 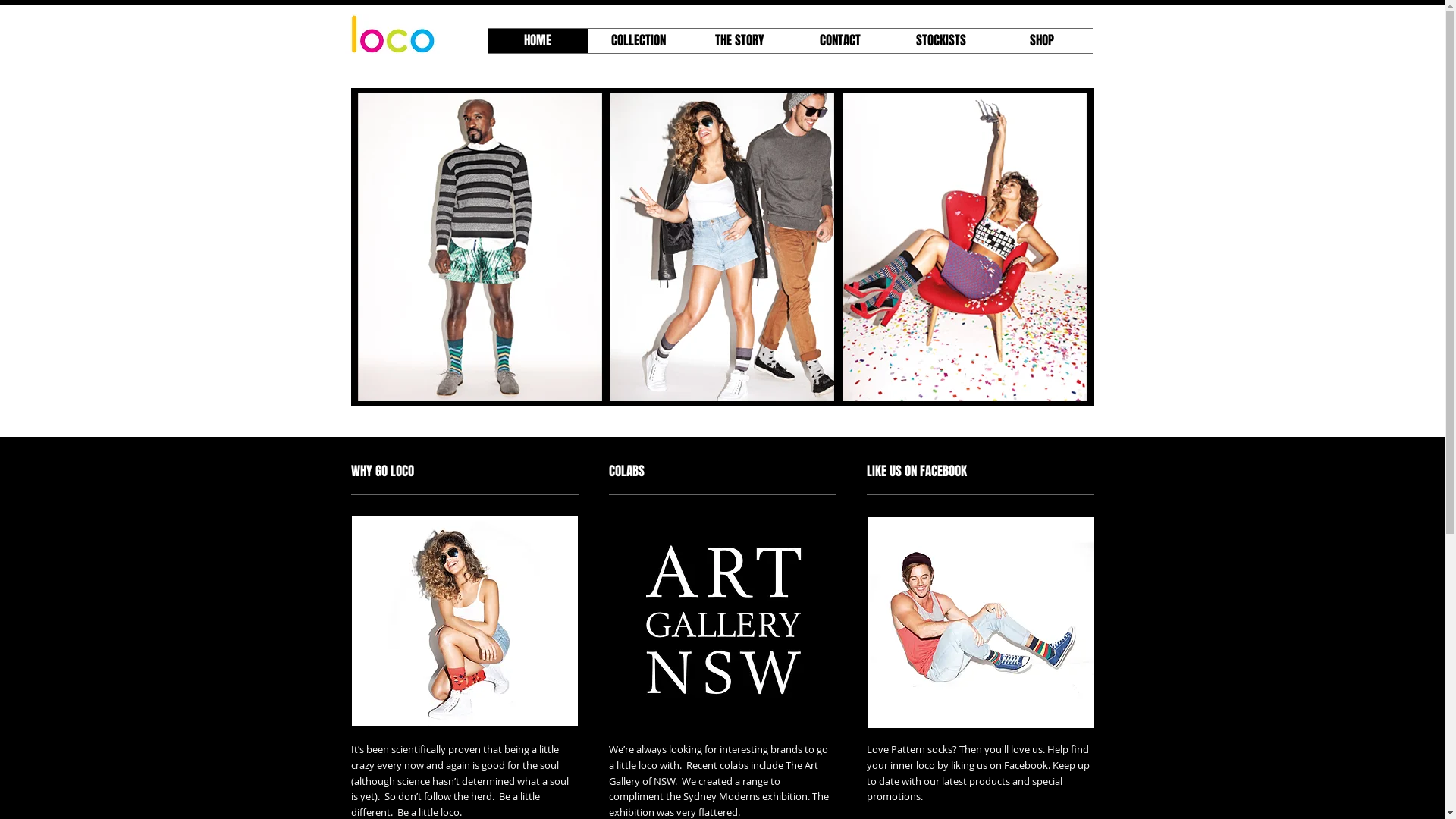 I want to click on 'THE STORY', so click(x=739, y=40).